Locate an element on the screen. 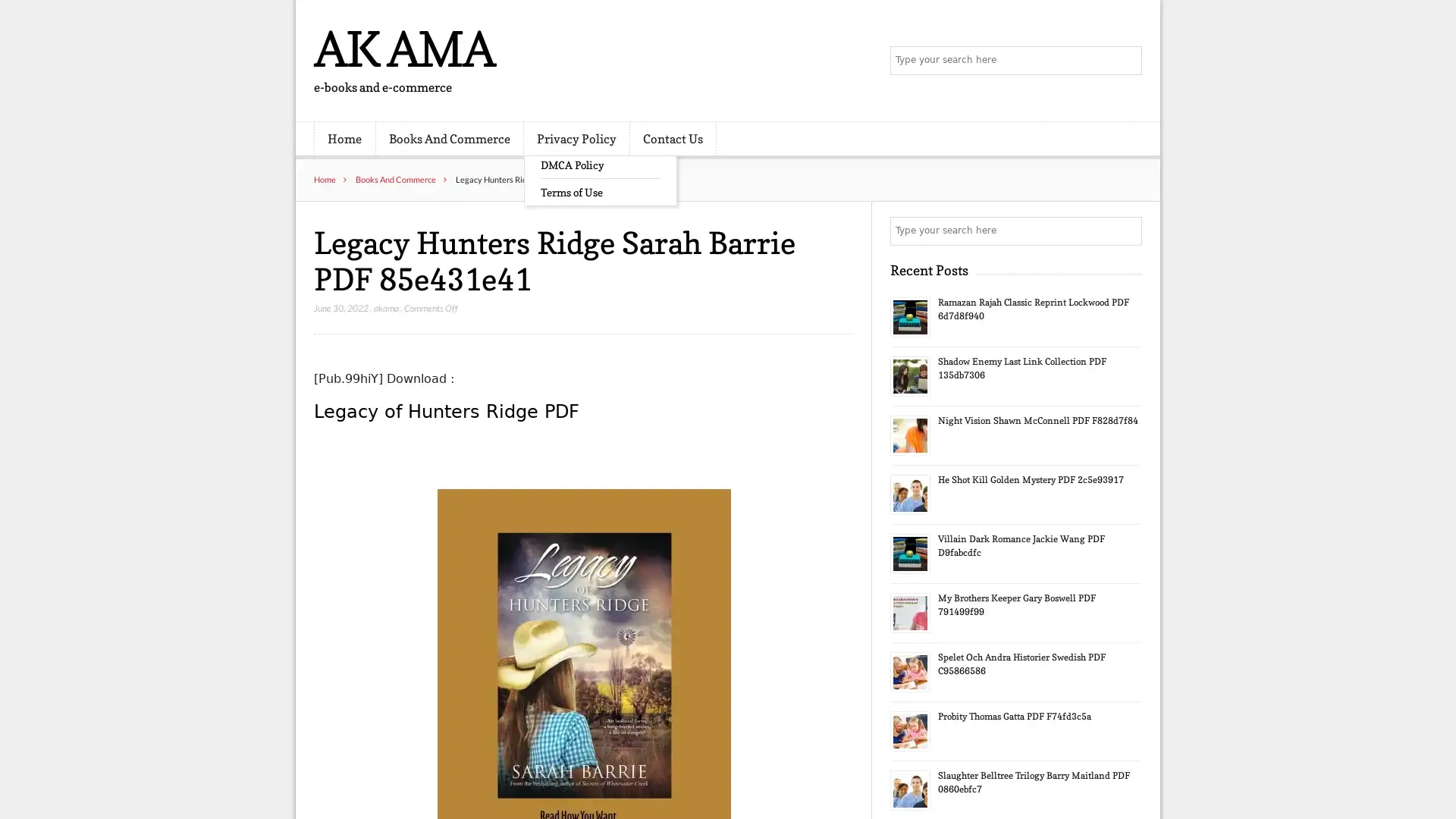  Search is located at coordinates (1126, 61).